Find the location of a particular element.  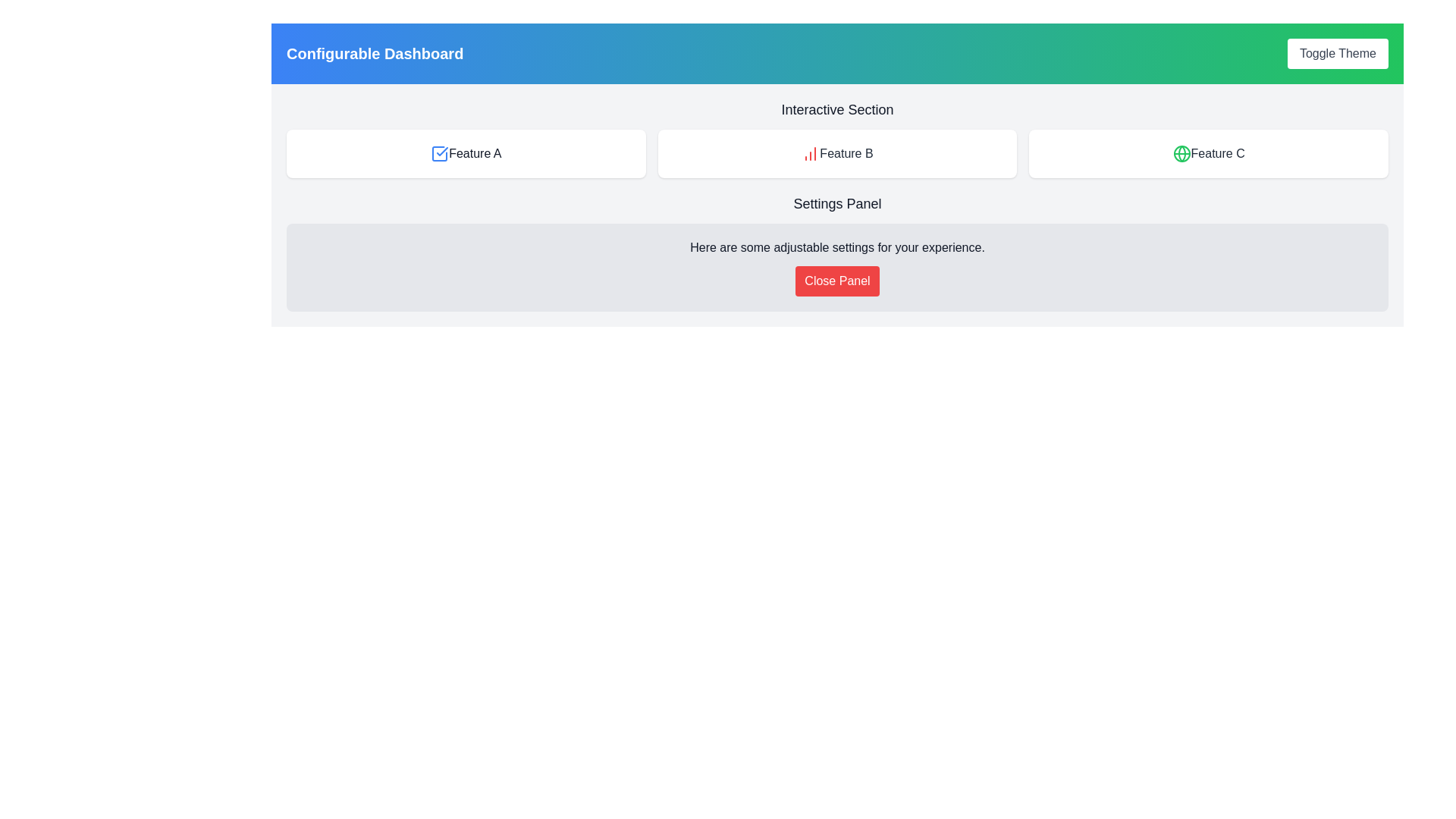

the decorative circle within the globe icon located next to the label 'Feature C' in the top interface section is located at coordinates (1181, 154).